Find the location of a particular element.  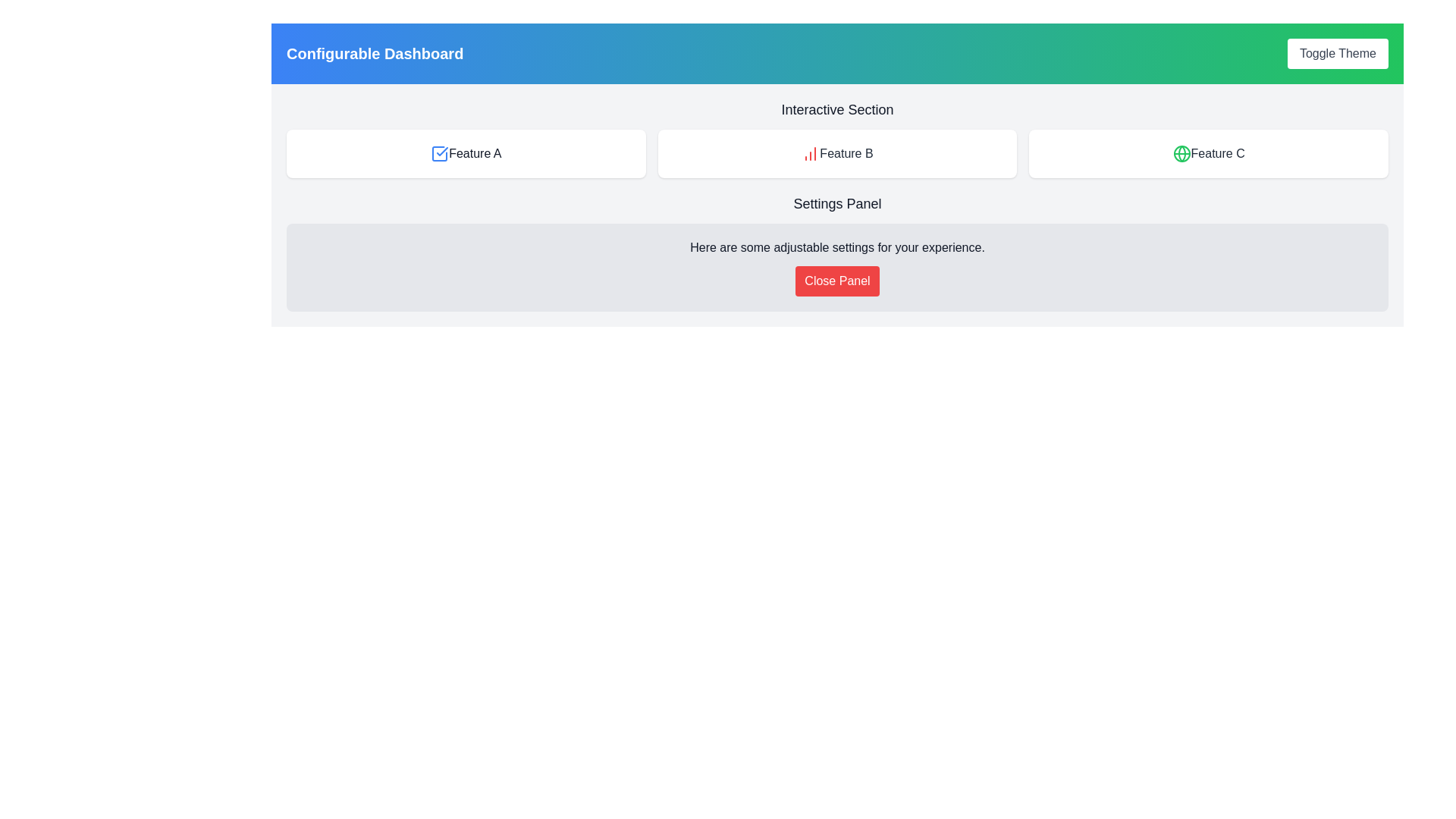

the decorative circle within the globe icon located next to the label 'Feature C' in the top interface section is located at coordinates (1181, 154).